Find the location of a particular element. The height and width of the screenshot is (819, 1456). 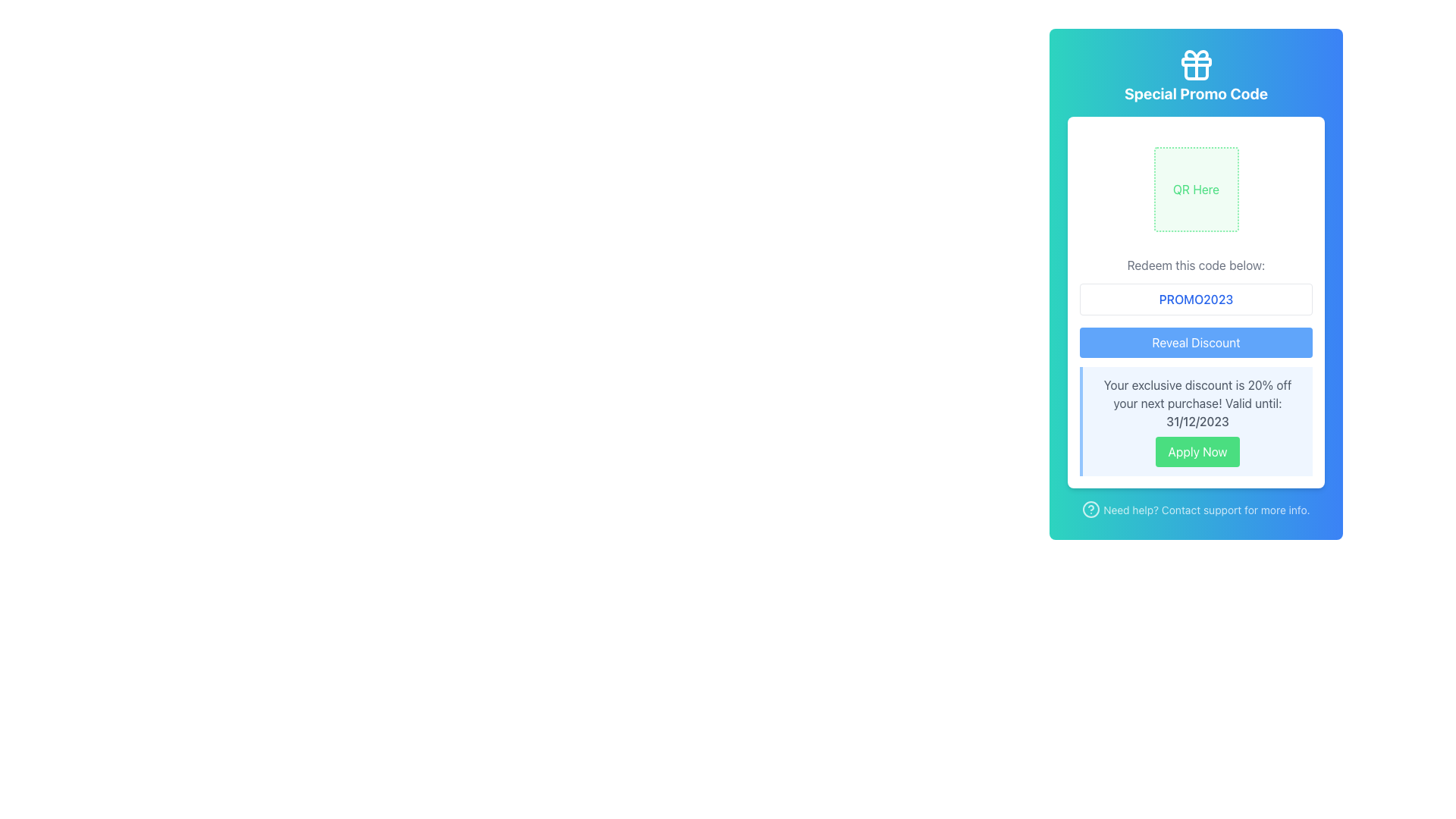

the decorative bottom part of the gift icon, which is centrally located near the bottom of the icon is located at coordinates (1195, 72).